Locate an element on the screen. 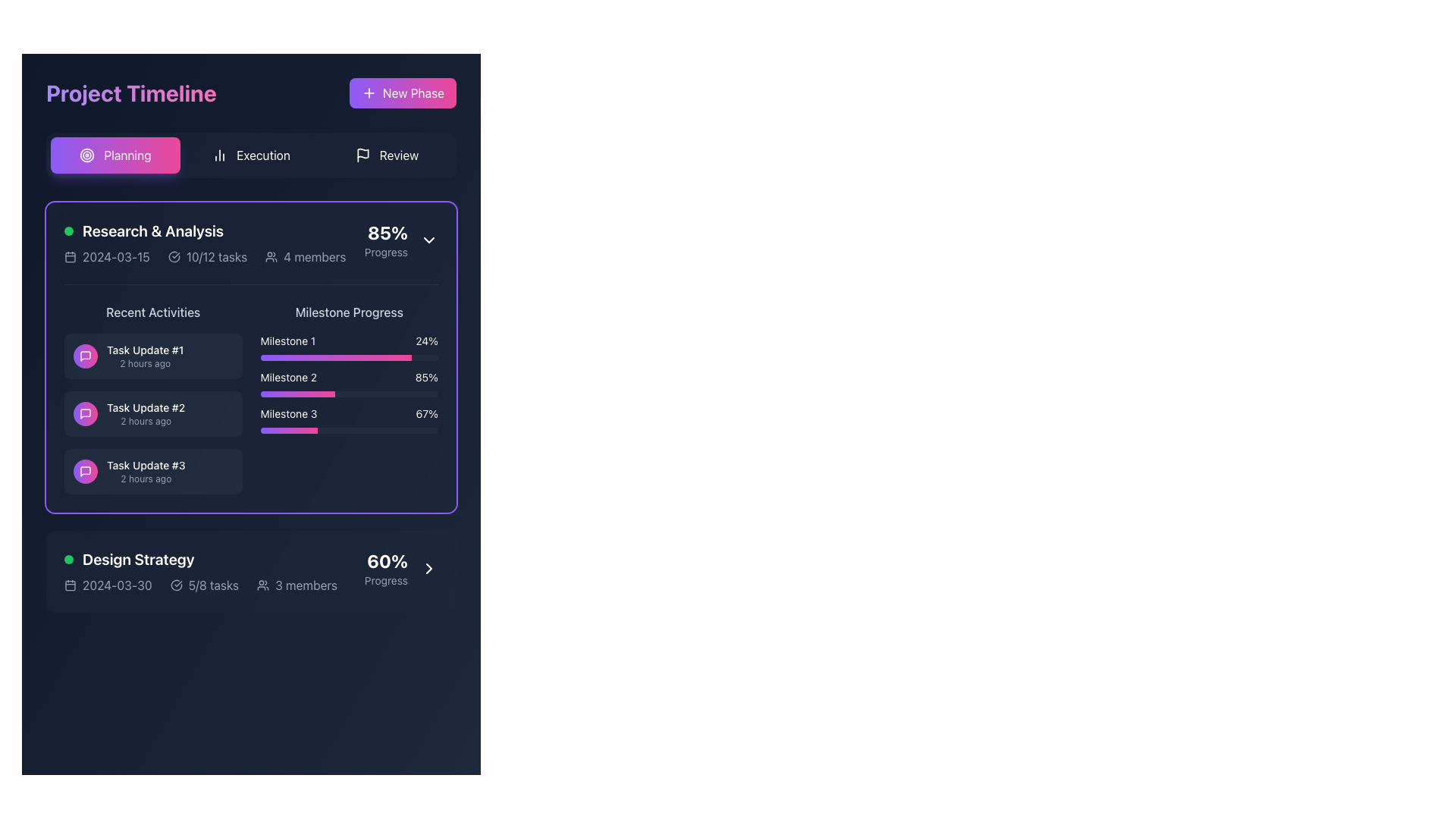 This screenshot has height=819, width=1456. the circular icon with a gradient pink and violet background, which is the leftmost element in the 'Planning' button of the navigation bar is located at coordinates (86, 155).